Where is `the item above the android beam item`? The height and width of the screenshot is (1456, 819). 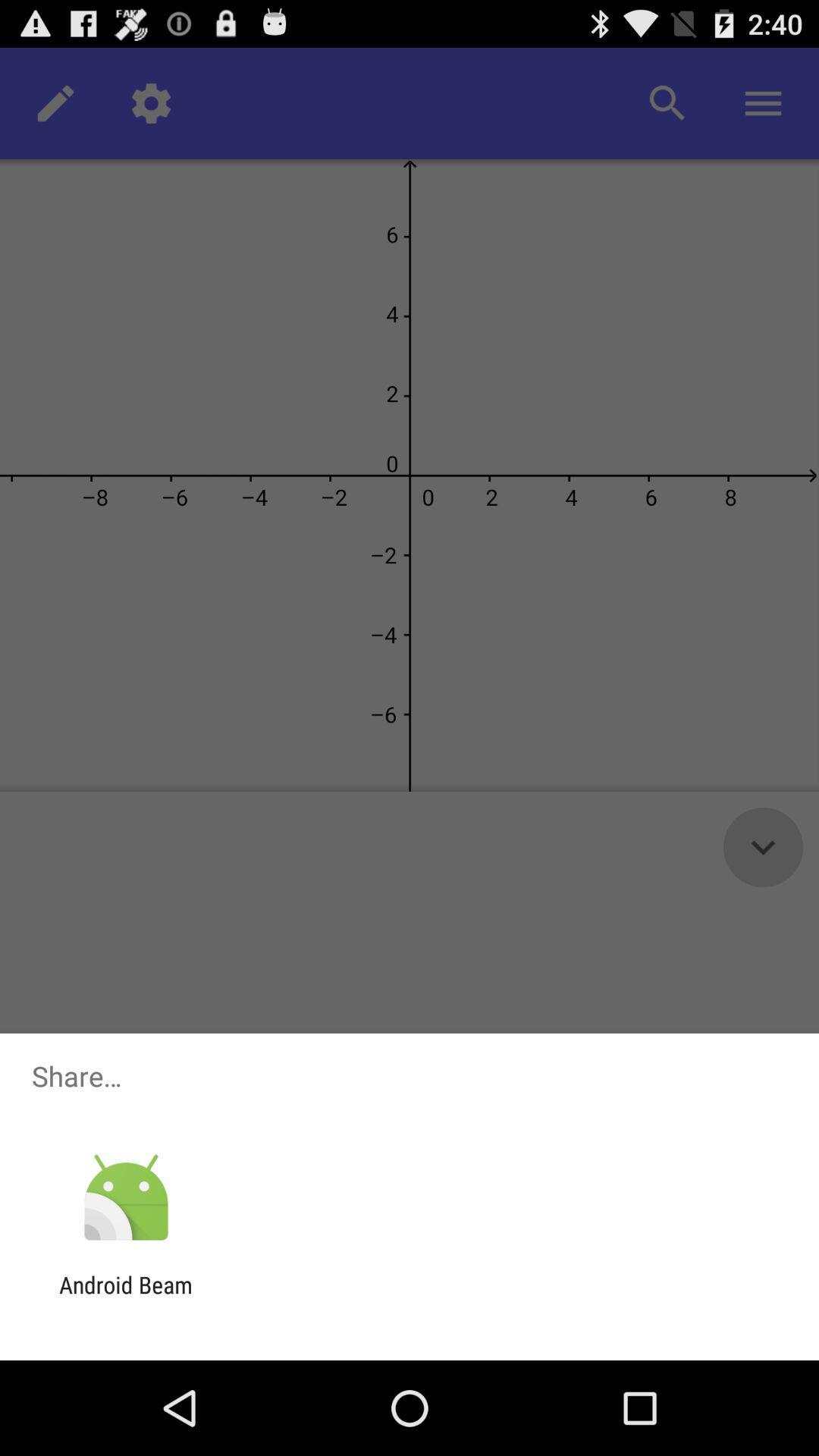 the item above the android beam item is located at coordinates (125, 1197).